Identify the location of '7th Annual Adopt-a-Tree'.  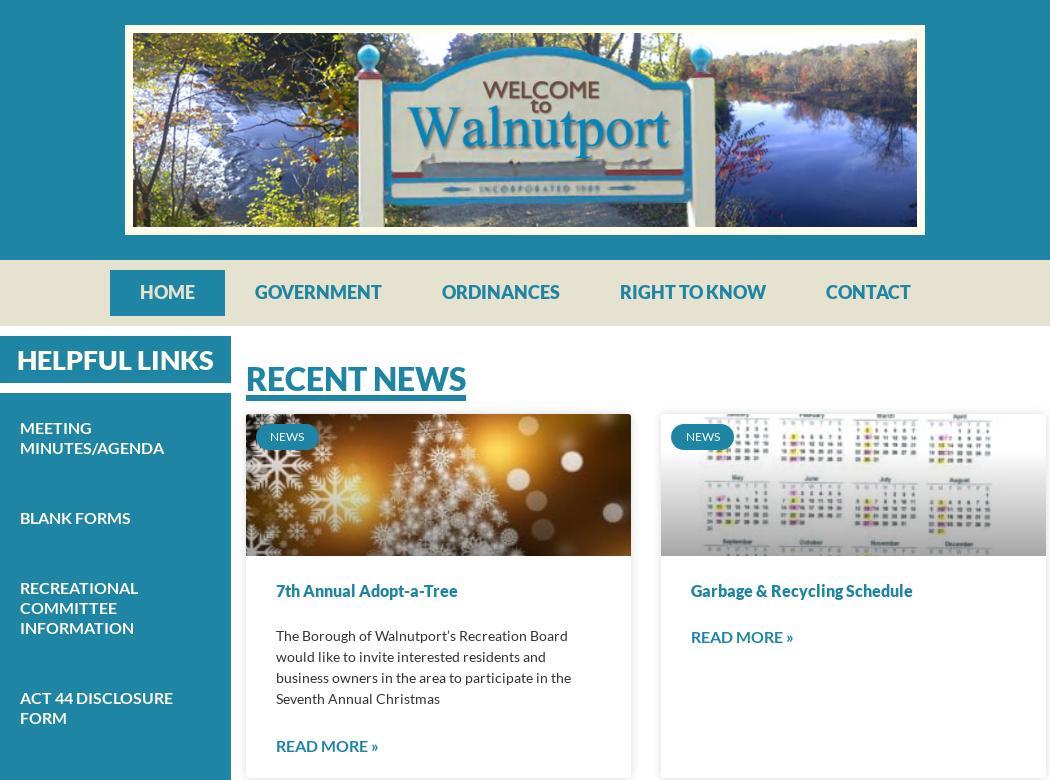
(365, 590).